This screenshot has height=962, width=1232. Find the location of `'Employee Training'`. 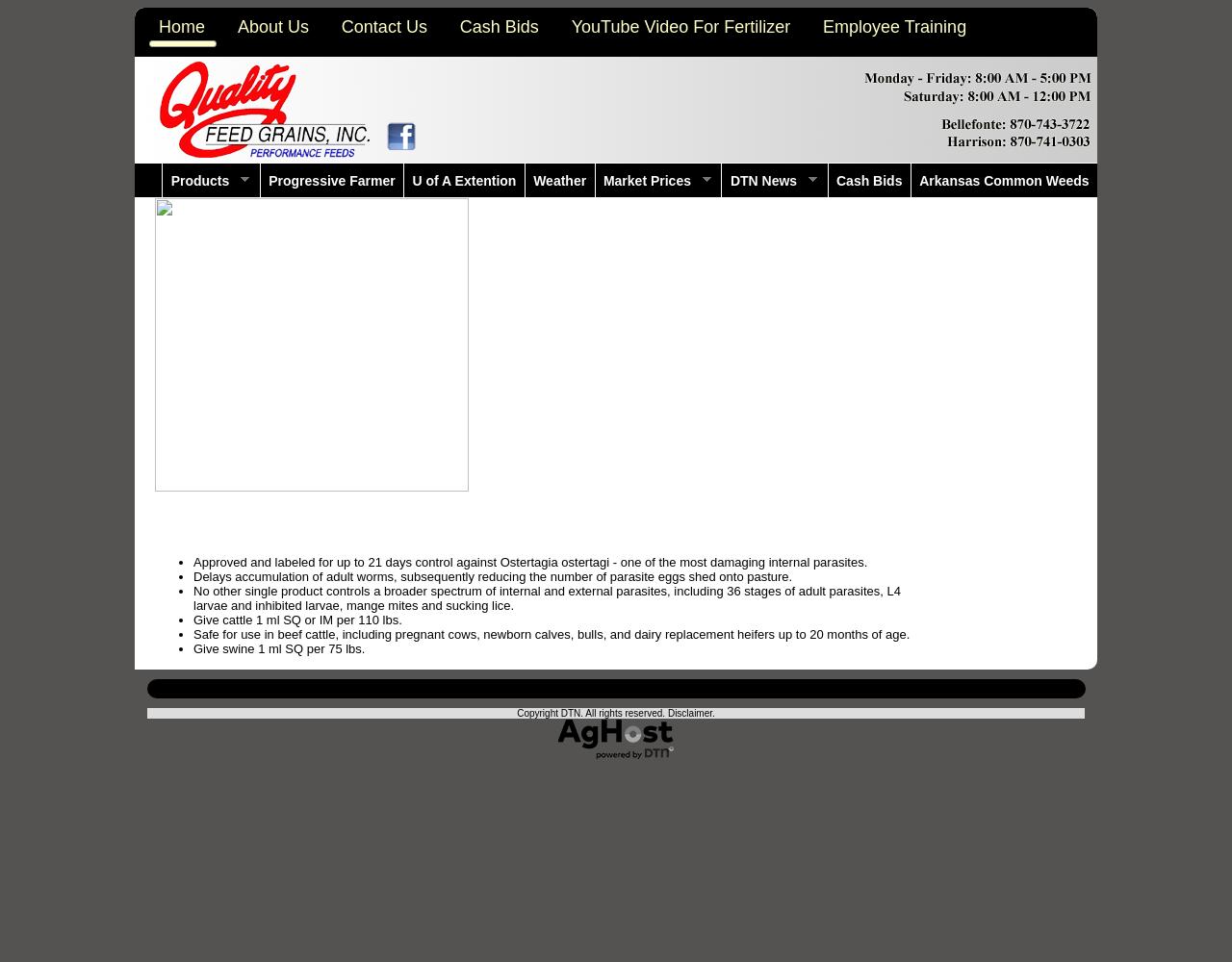

'Employee Training' is located at coordinates (823, 27).